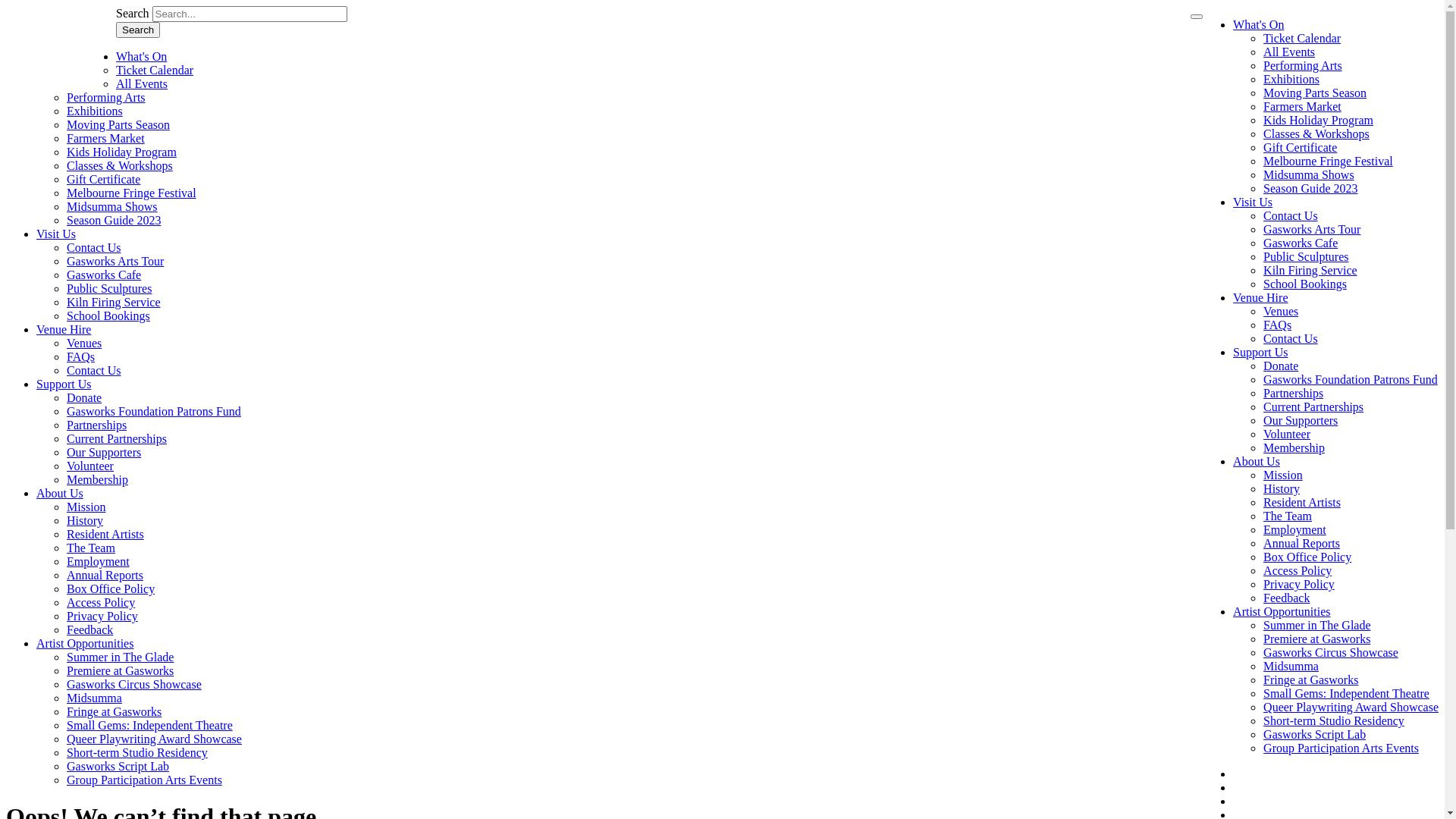 The height and width of the screenshot is (819, 1456). I want to click on 'FAQs', so click(80, 356).